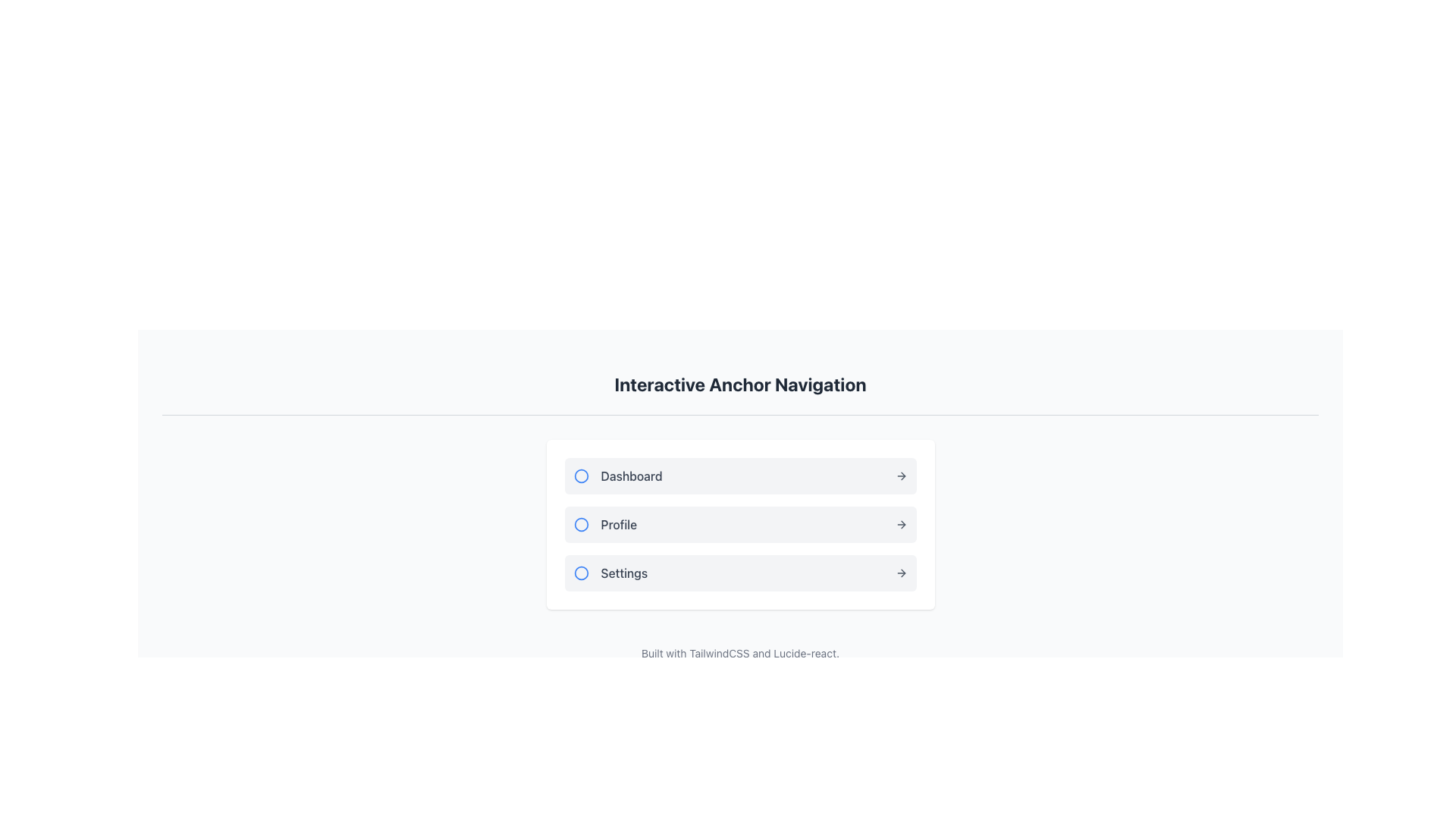 The height and width of the screenshot is (819, 1456). I want to click on the SVG Circle that indicates the selection state for the 'Profile' option in the navigation menu, so click(580, 523).